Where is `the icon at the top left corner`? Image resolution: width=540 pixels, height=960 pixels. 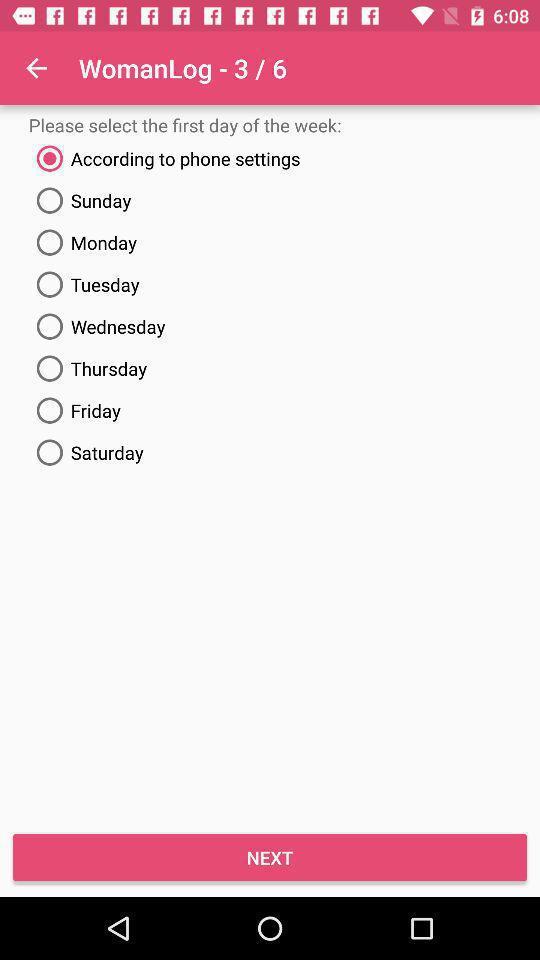
the icon at the top left corner is located at coordinates (36, 68).